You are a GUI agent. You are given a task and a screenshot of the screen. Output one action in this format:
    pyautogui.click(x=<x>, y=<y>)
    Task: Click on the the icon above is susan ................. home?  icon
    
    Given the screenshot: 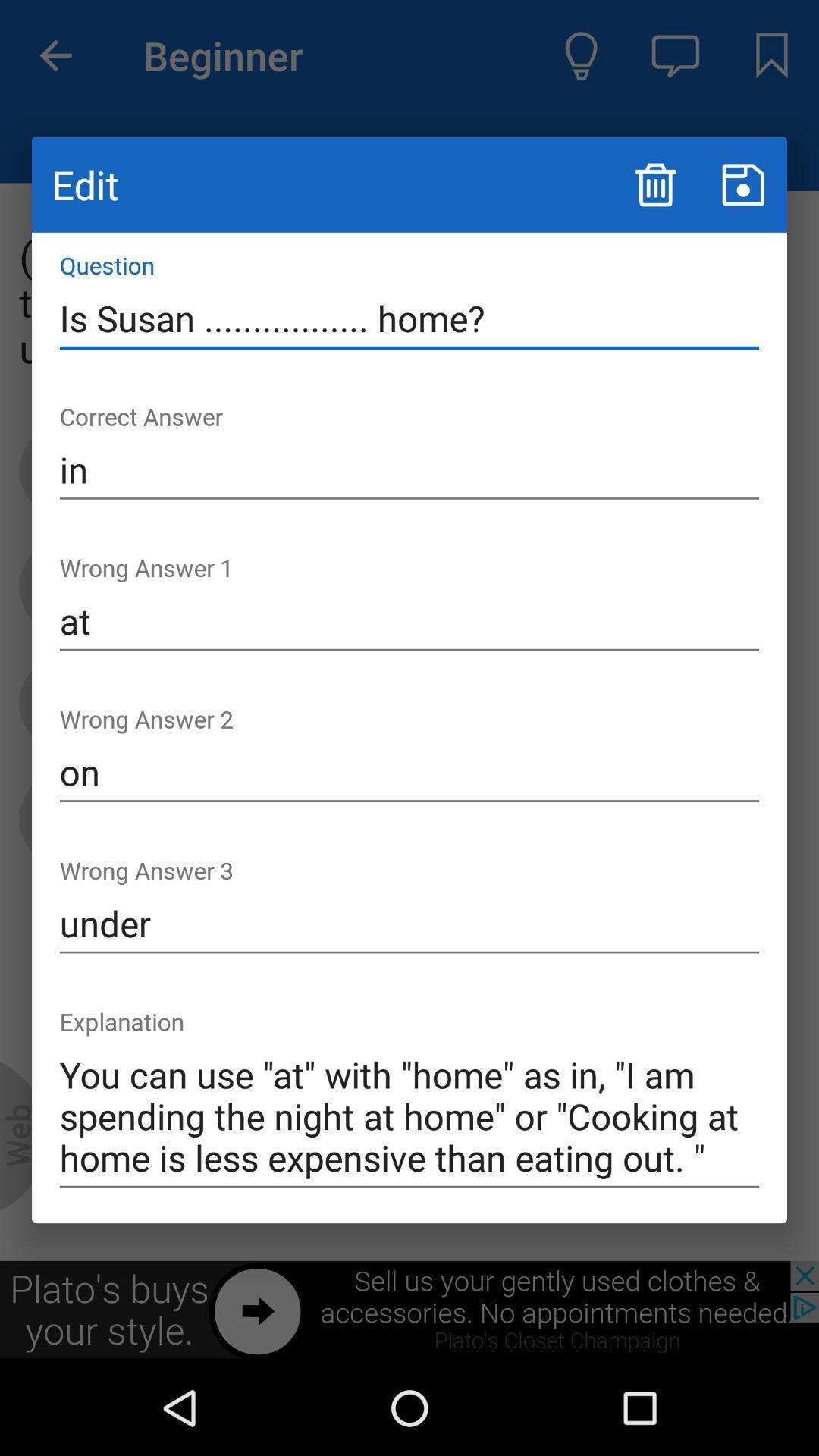 What is the action you would take?
    pyautogui.click(x=654, y=184)
    